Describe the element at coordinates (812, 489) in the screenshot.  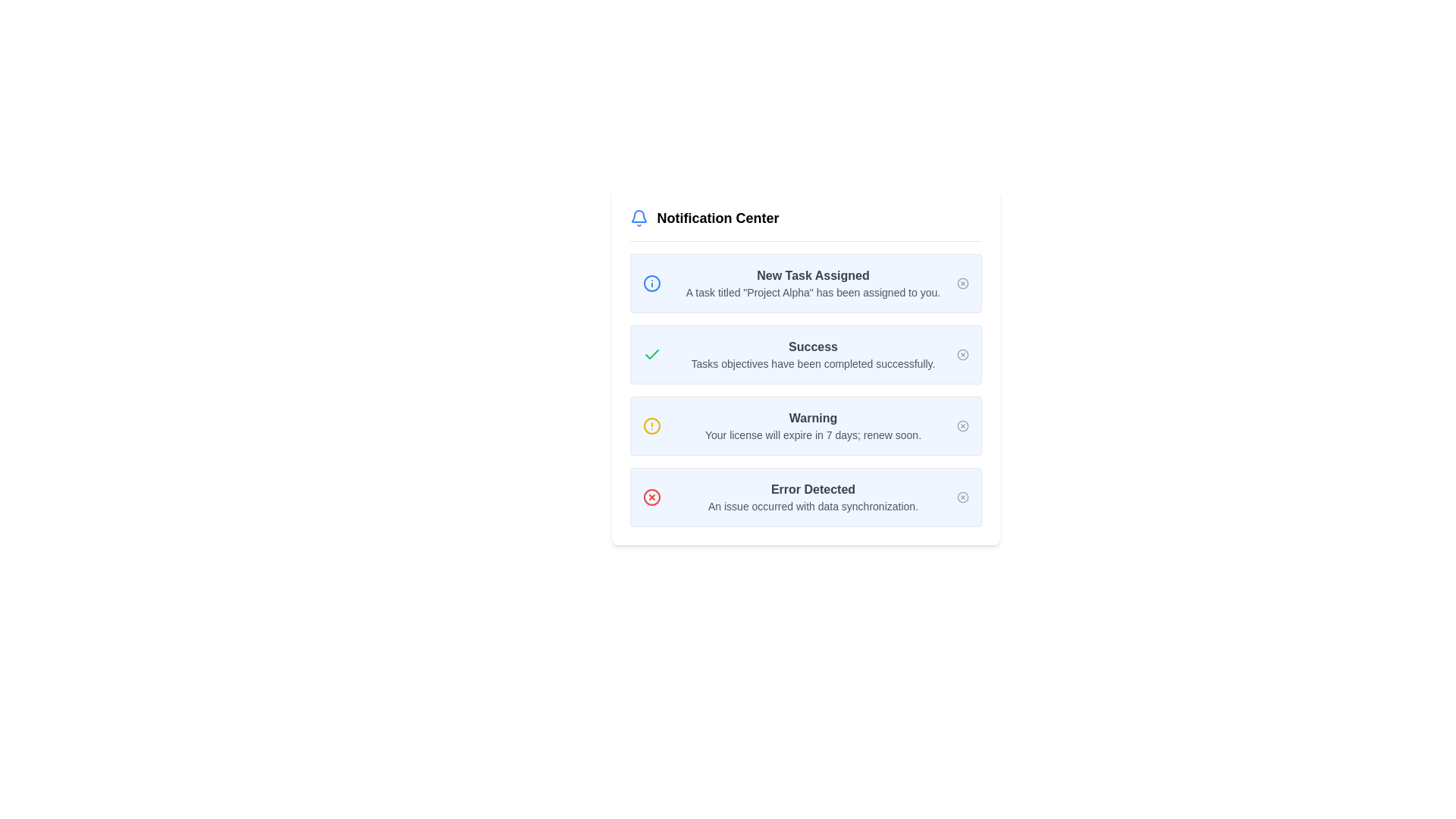
I see `the 'Error Detected' text element, which is bold and displayed in dark gray, located at the top of its notification card in the Notification Center` at that location.